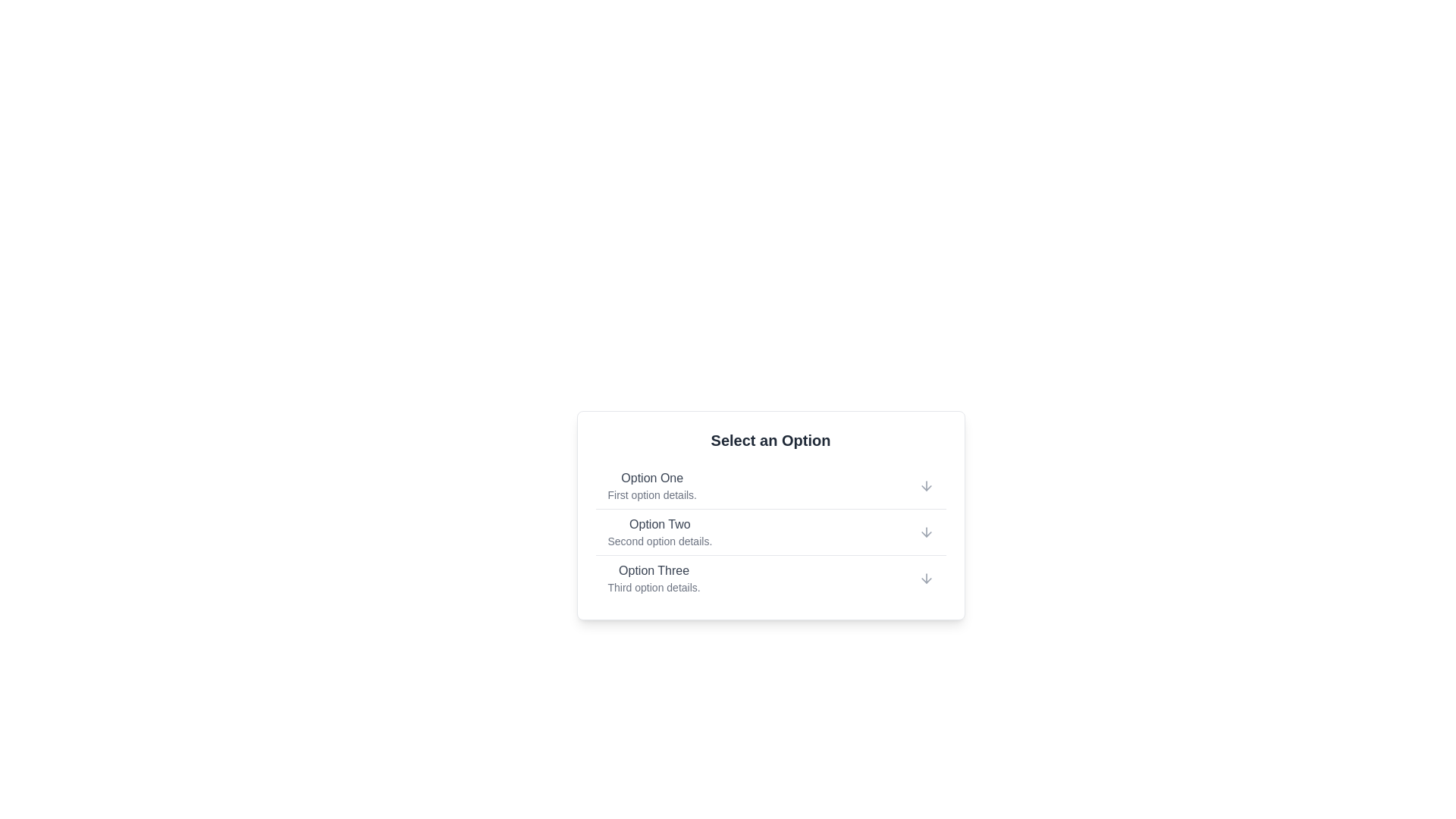  What do you see at coordinates (660, 532) in the screenshot?
I see `the second option in the dropdown list, which is located directly below 'Option One' and above 'Option Three'` at bounding box center [660, 532].